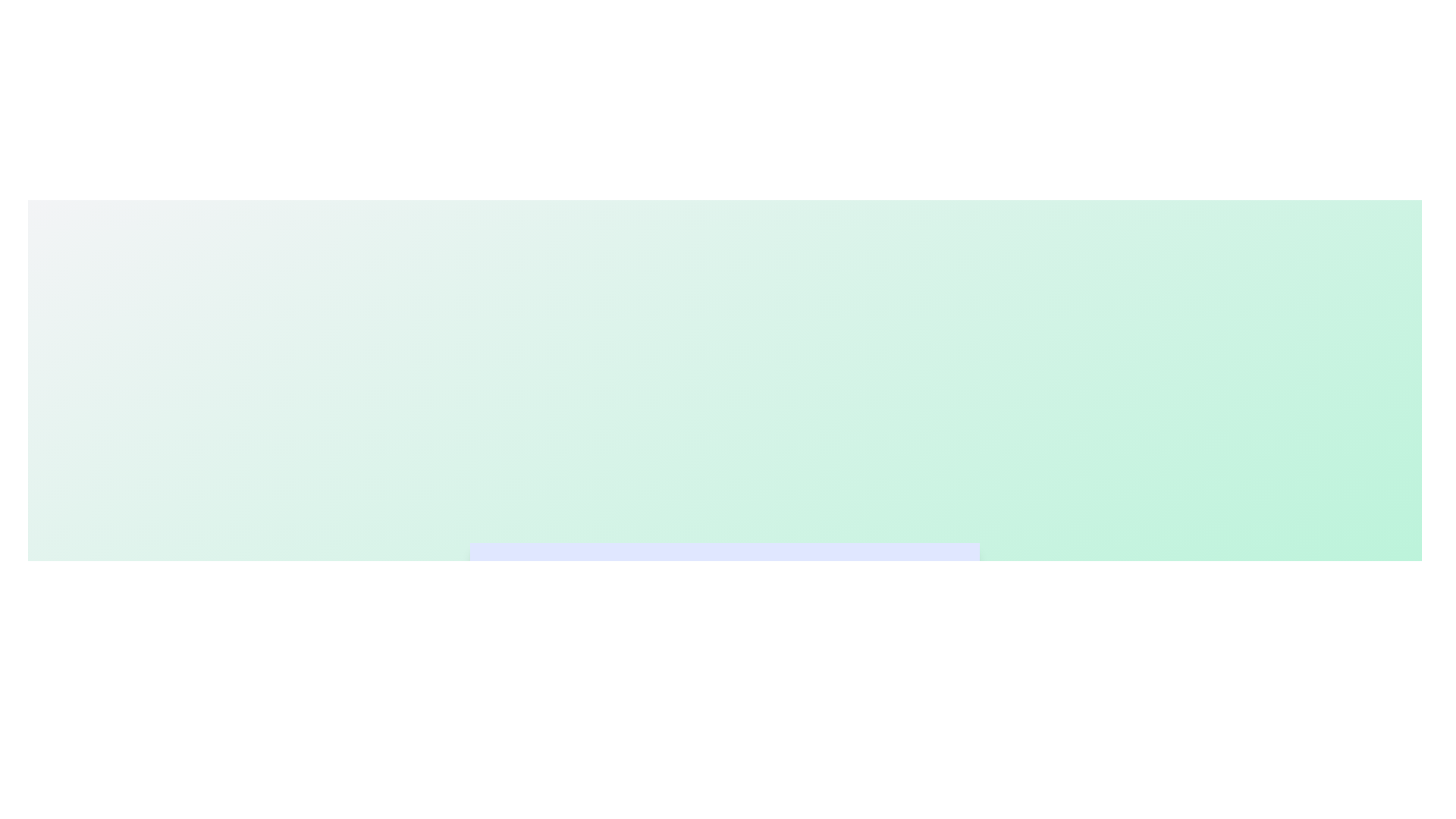 The height and width of the screenshot is (819, 1456). I want to click on the Reports tab by clicking on it, so click(882, 580).